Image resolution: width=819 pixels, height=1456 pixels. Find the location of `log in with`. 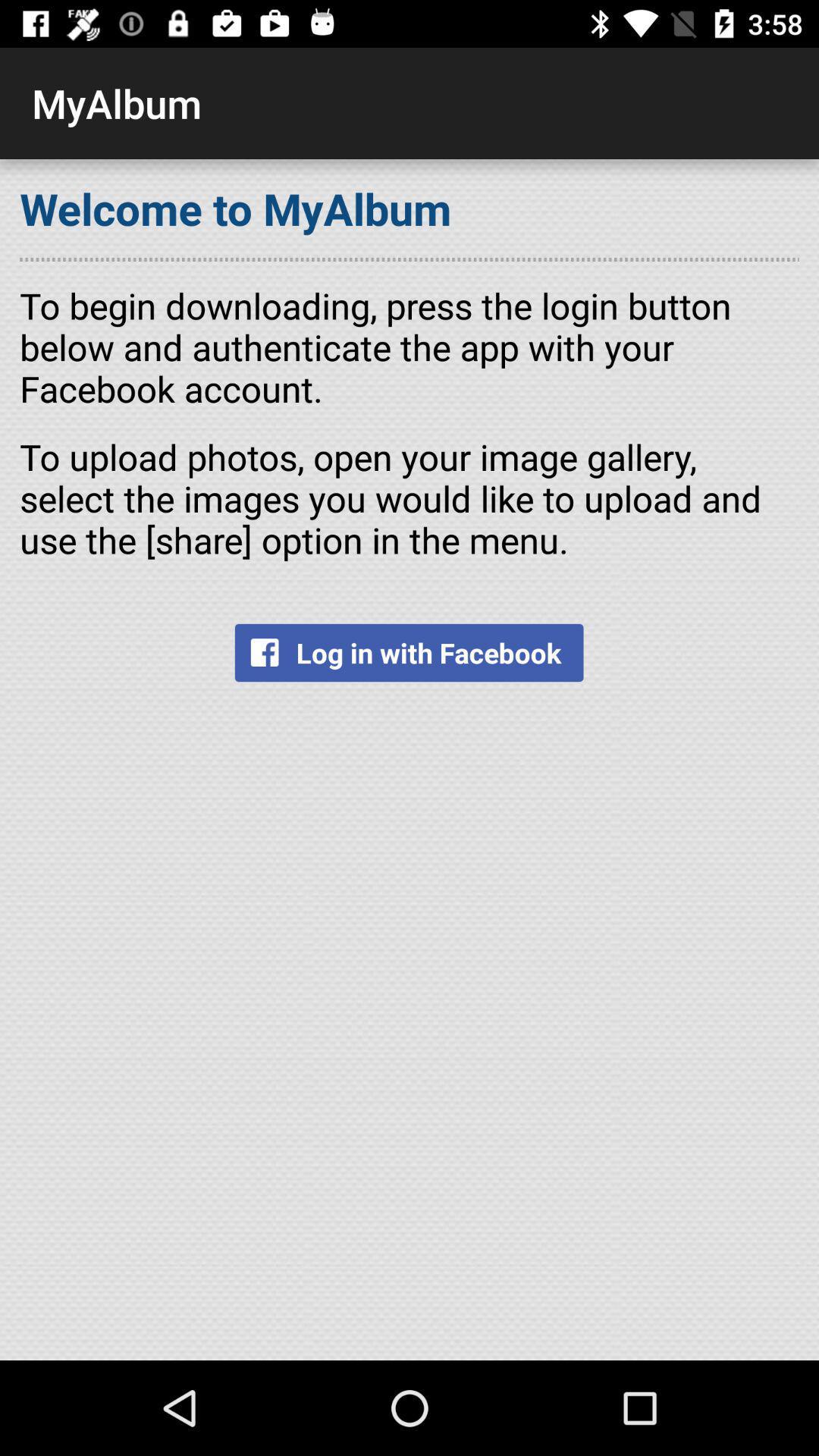

log in with is located at coordinates (408, 652).